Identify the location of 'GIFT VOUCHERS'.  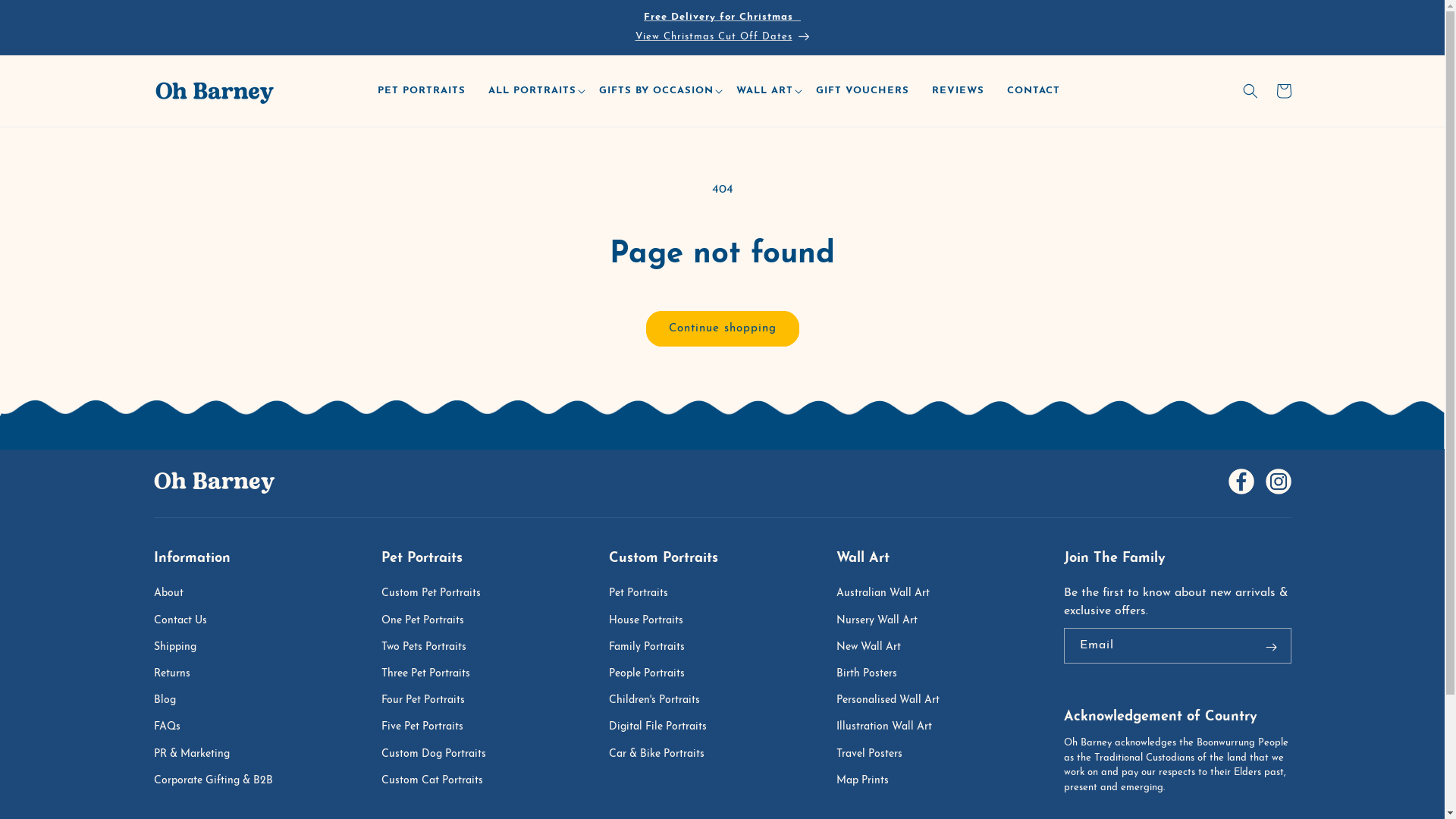
(866, 91).